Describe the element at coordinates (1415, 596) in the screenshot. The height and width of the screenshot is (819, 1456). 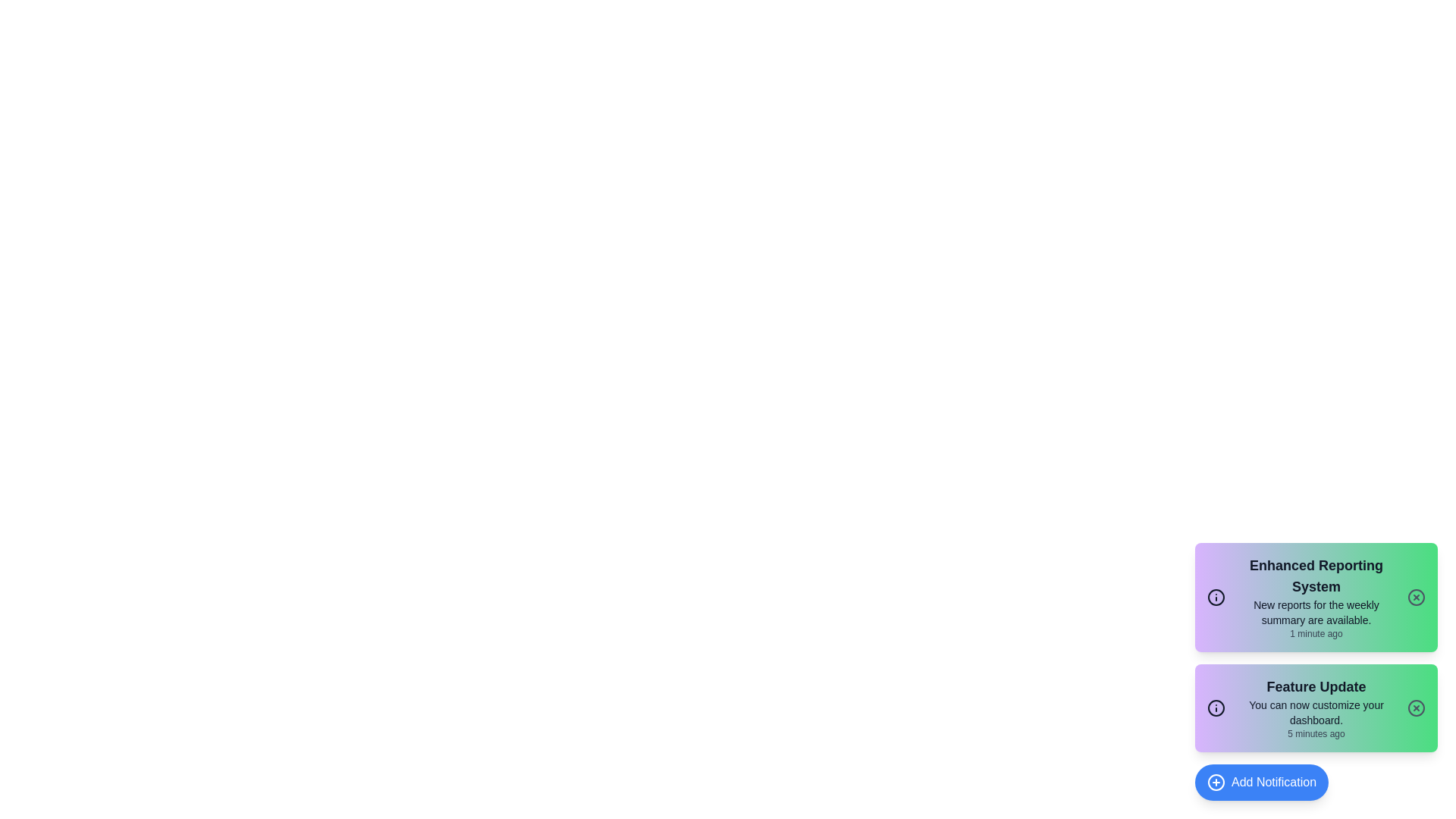
I see `the close button of the first notification` at that location.